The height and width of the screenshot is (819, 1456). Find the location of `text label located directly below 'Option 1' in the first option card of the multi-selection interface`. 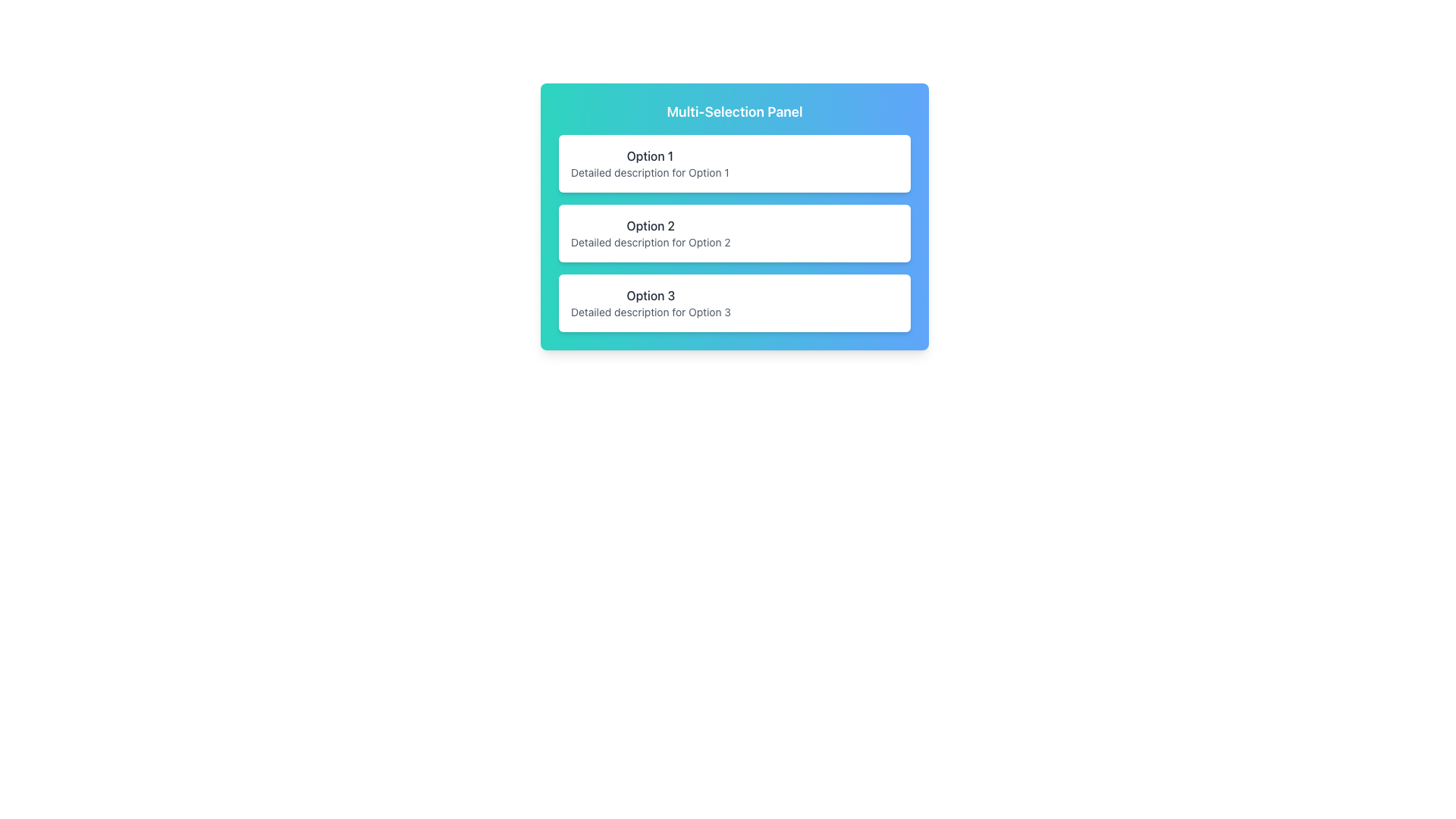

text label located directly below 'Option 1' in the first option card of the multi-selection interface is located at coordinates (650, 171).